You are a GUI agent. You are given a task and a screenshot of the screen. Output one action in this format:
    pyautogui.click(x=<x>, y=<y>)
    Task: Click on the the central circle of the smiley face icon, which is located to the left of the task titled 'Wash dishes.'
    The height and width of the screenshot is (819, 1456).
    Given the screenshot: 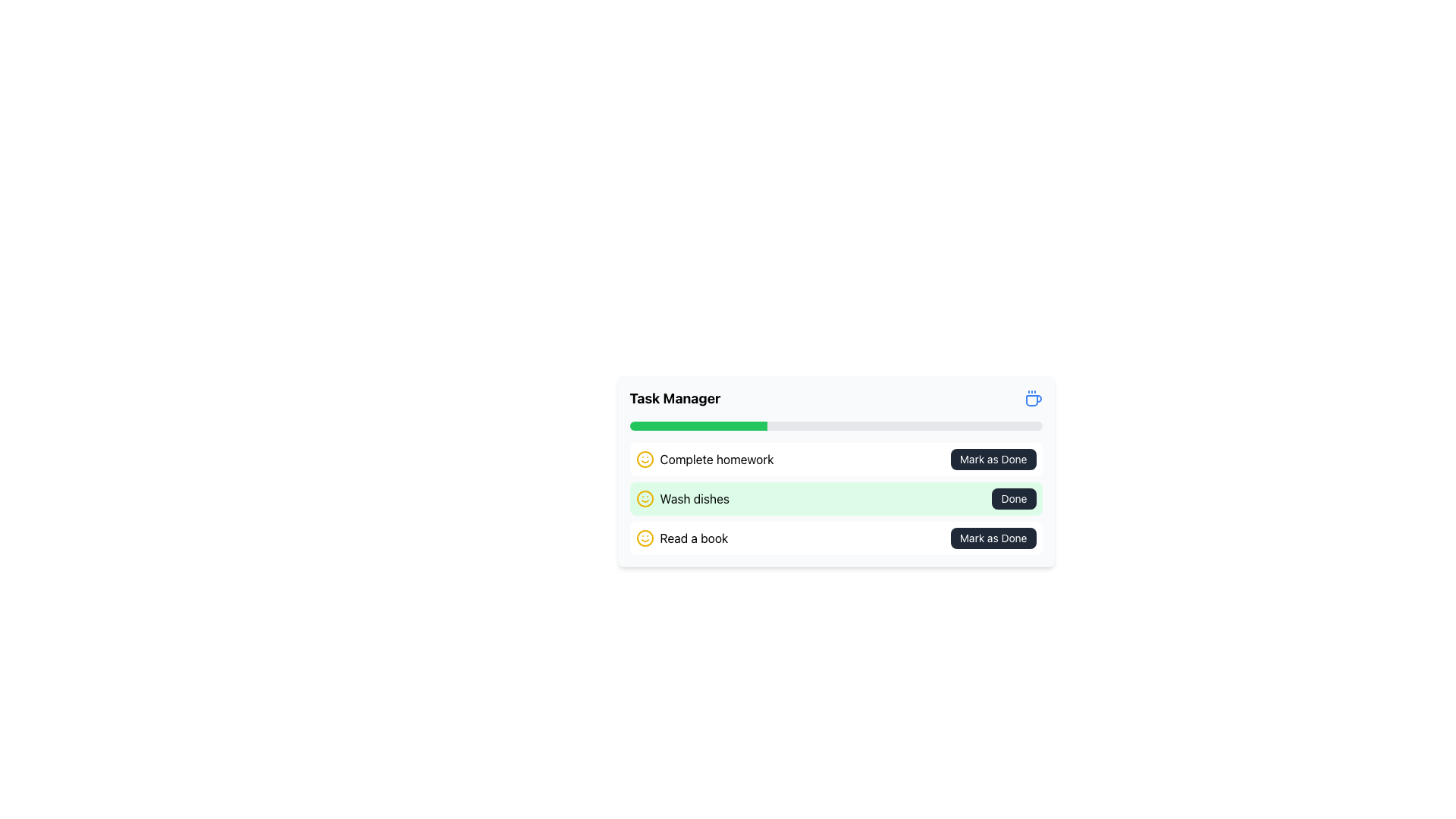 What is the action you would take?
    pyautogui.click(x=645, y=458)
    